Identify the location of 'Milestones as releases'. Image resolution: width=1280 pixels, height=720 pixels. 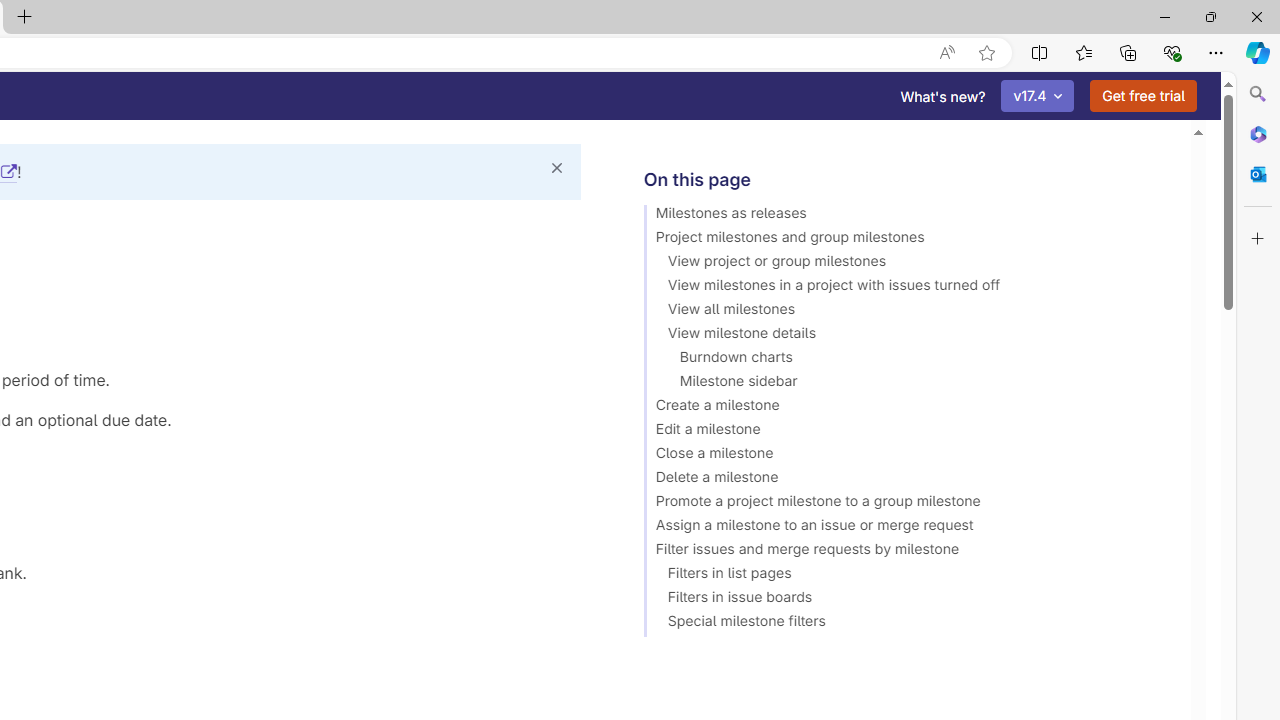
(907, 216).